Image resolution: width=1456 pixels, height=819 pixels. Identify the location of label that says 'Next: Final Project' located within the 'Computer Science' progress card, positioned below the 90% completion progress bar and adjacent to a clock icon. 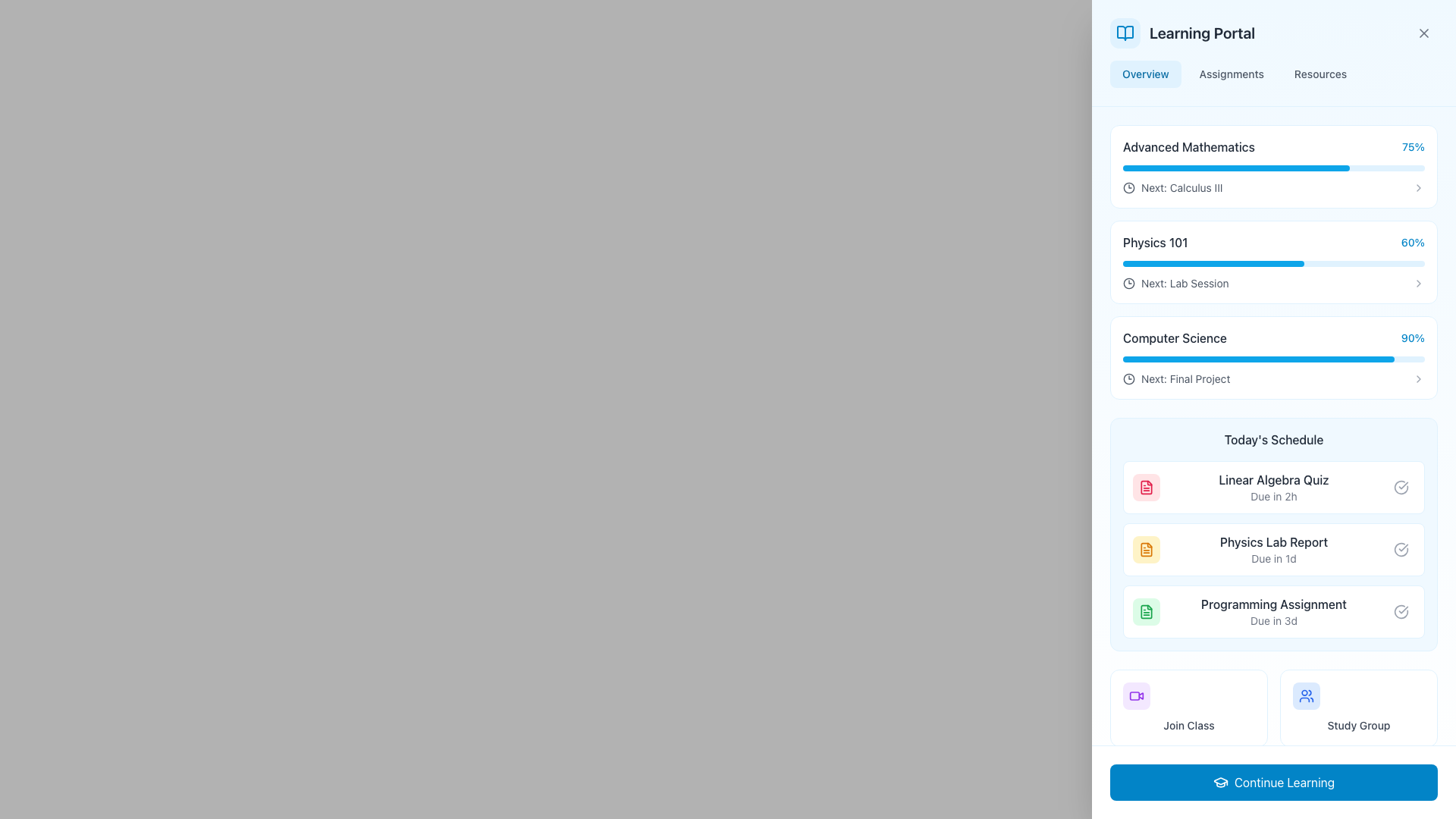
(1175, 378).